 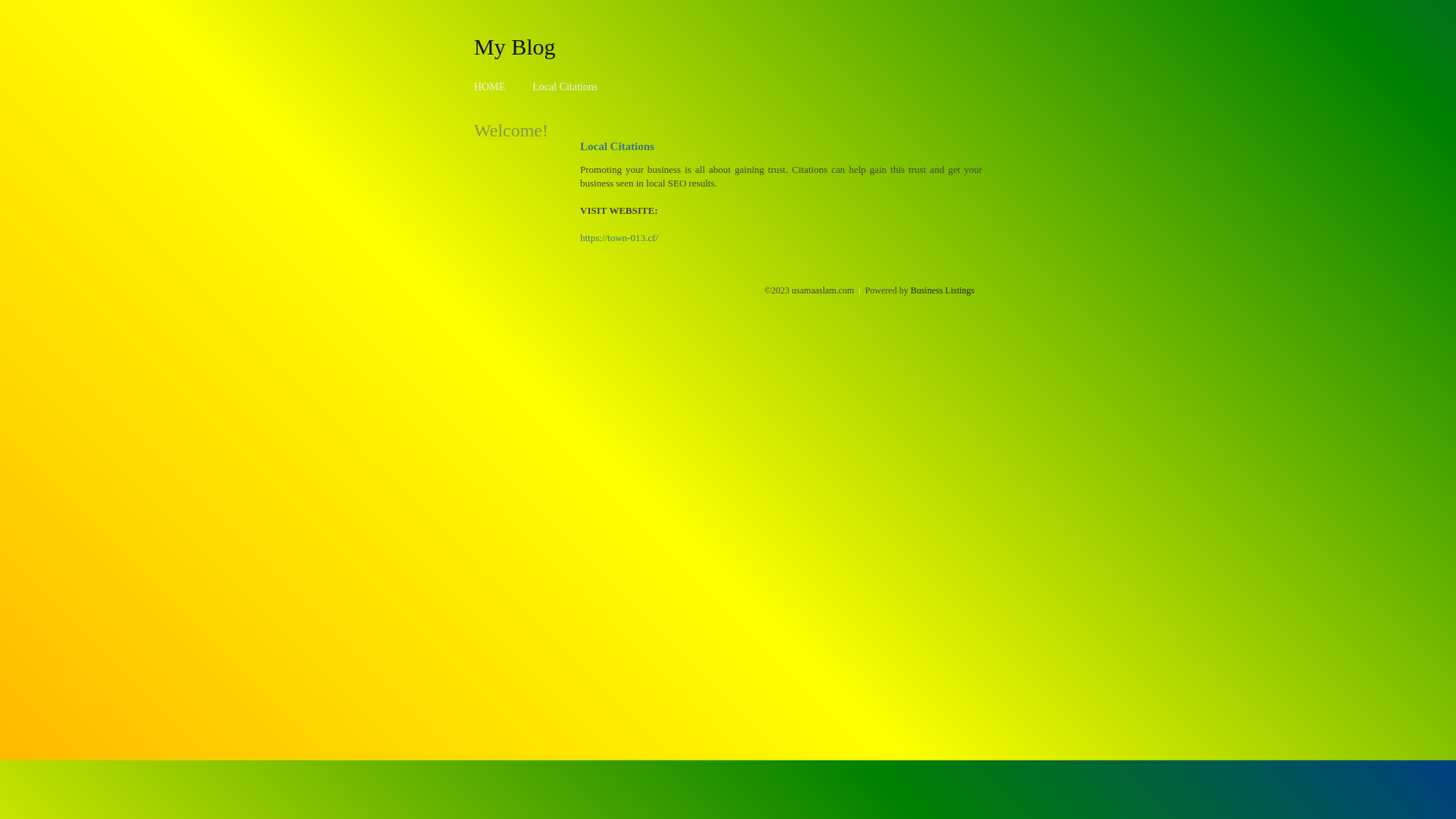 I want to click on 'Local Citations', so click(x=563, y=86).